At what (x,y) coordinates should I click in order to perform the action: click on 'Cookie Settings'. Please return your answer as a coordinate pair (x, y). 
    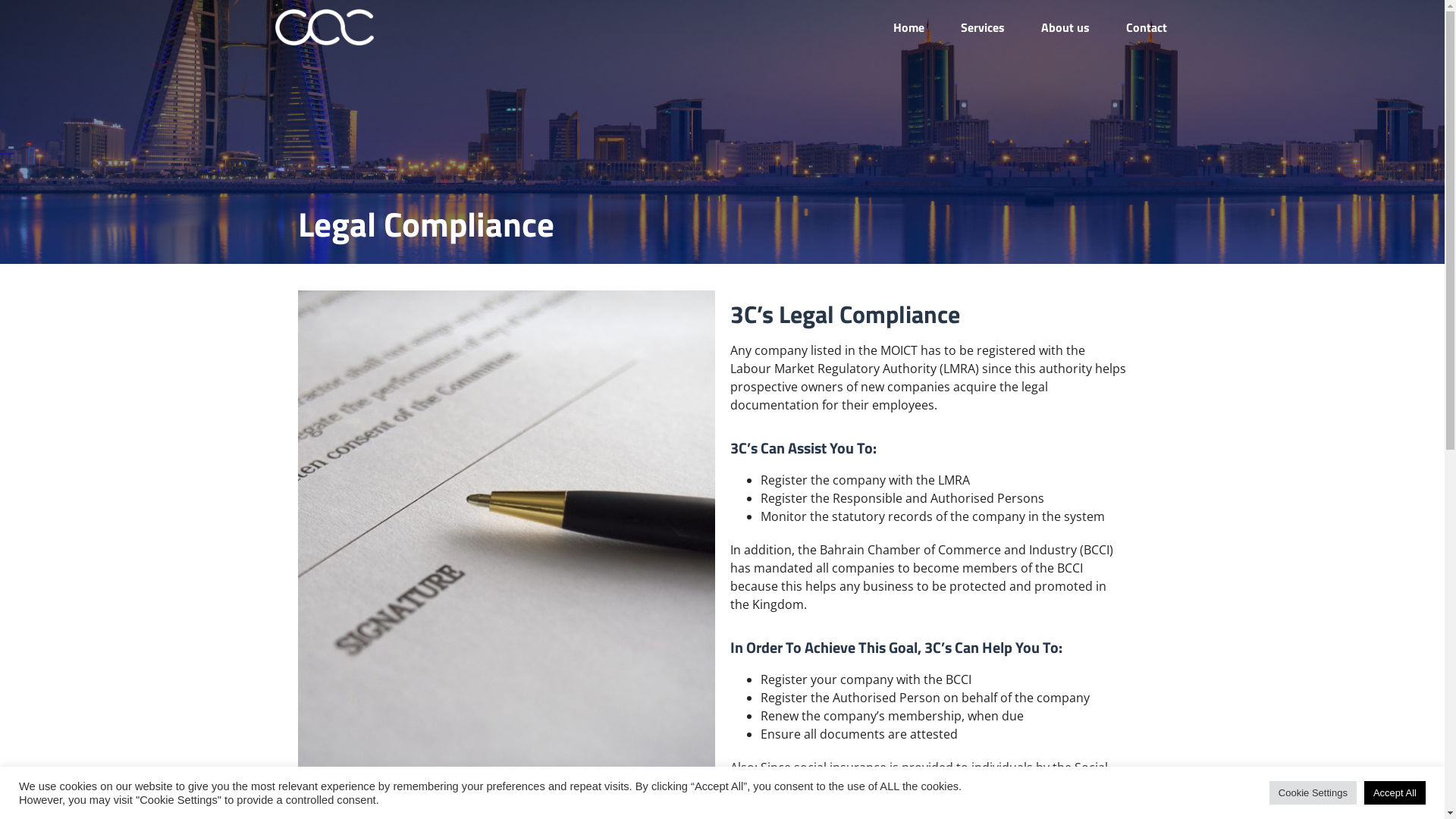
    Looking at the image, I should click on (1312, 792).